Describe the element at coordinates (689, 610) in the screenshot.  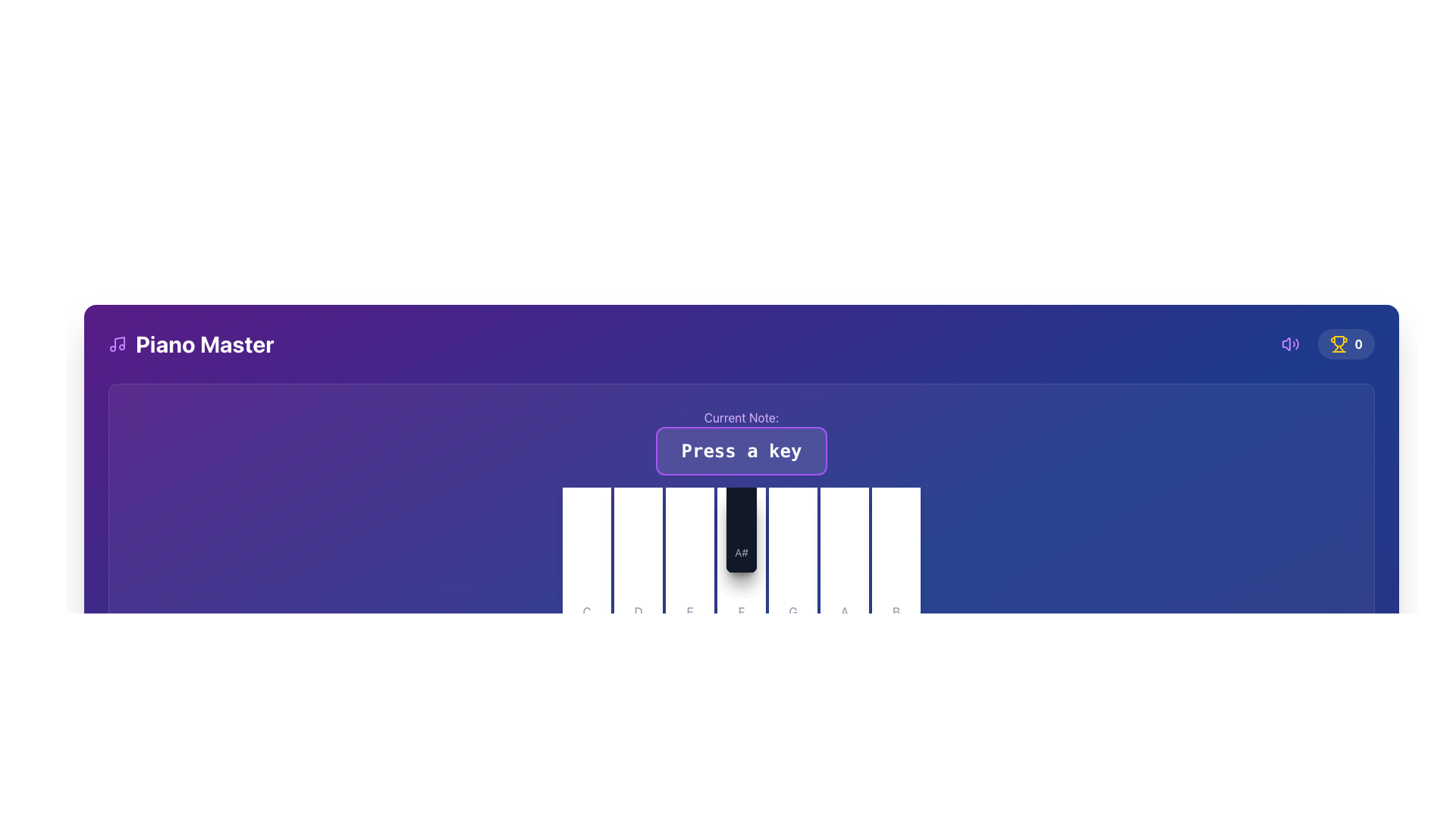
I see `the static text label 'E' which identifies the corresponding piano key in the graphical representation of a musical keyboard` at that location.